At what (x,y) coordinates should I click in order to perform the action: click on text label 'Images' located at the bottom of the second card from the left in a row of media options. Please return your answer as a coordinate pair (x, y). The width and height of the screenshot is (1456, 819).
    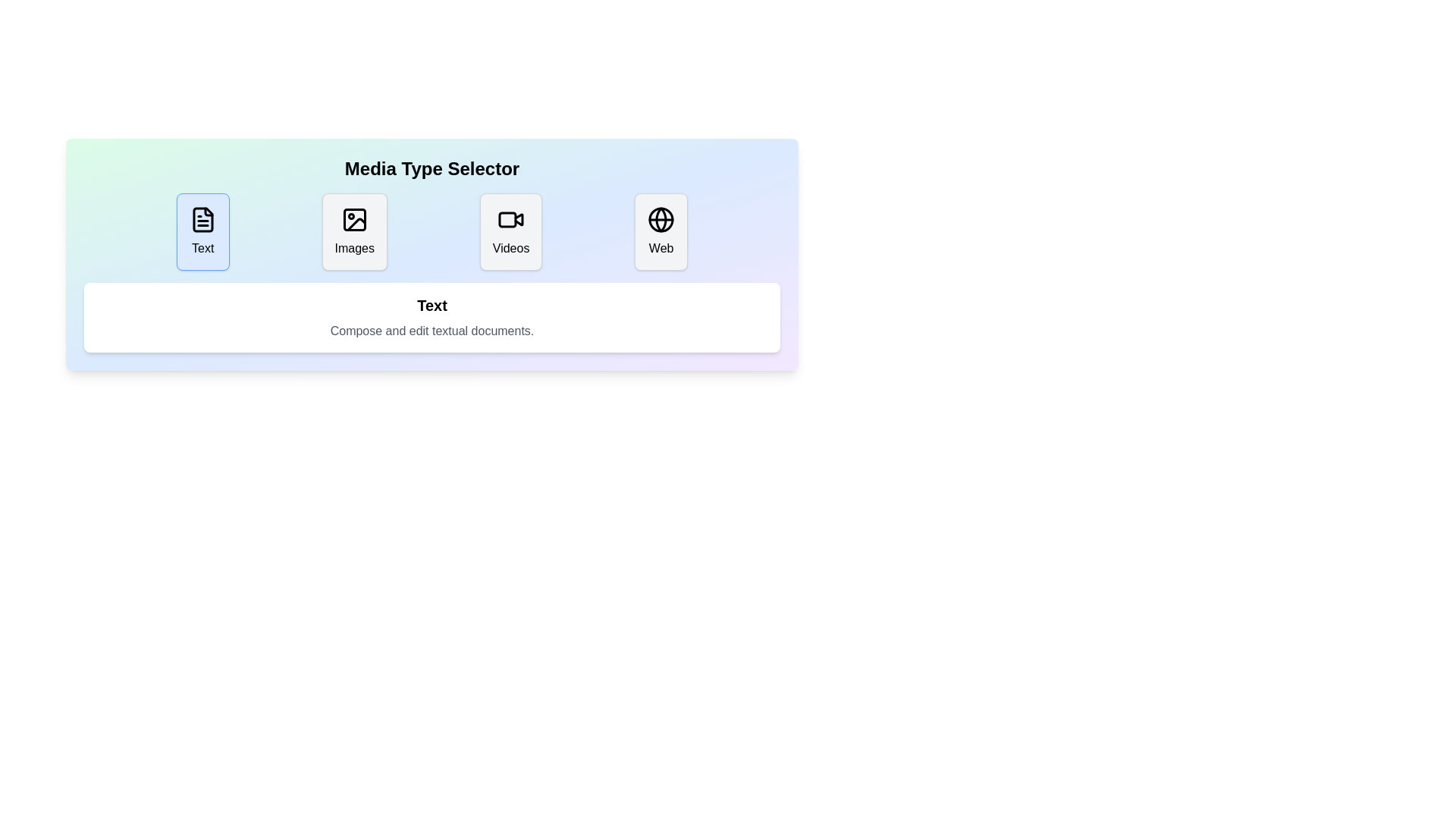
    Looking at the image, I should click on (353, 247).